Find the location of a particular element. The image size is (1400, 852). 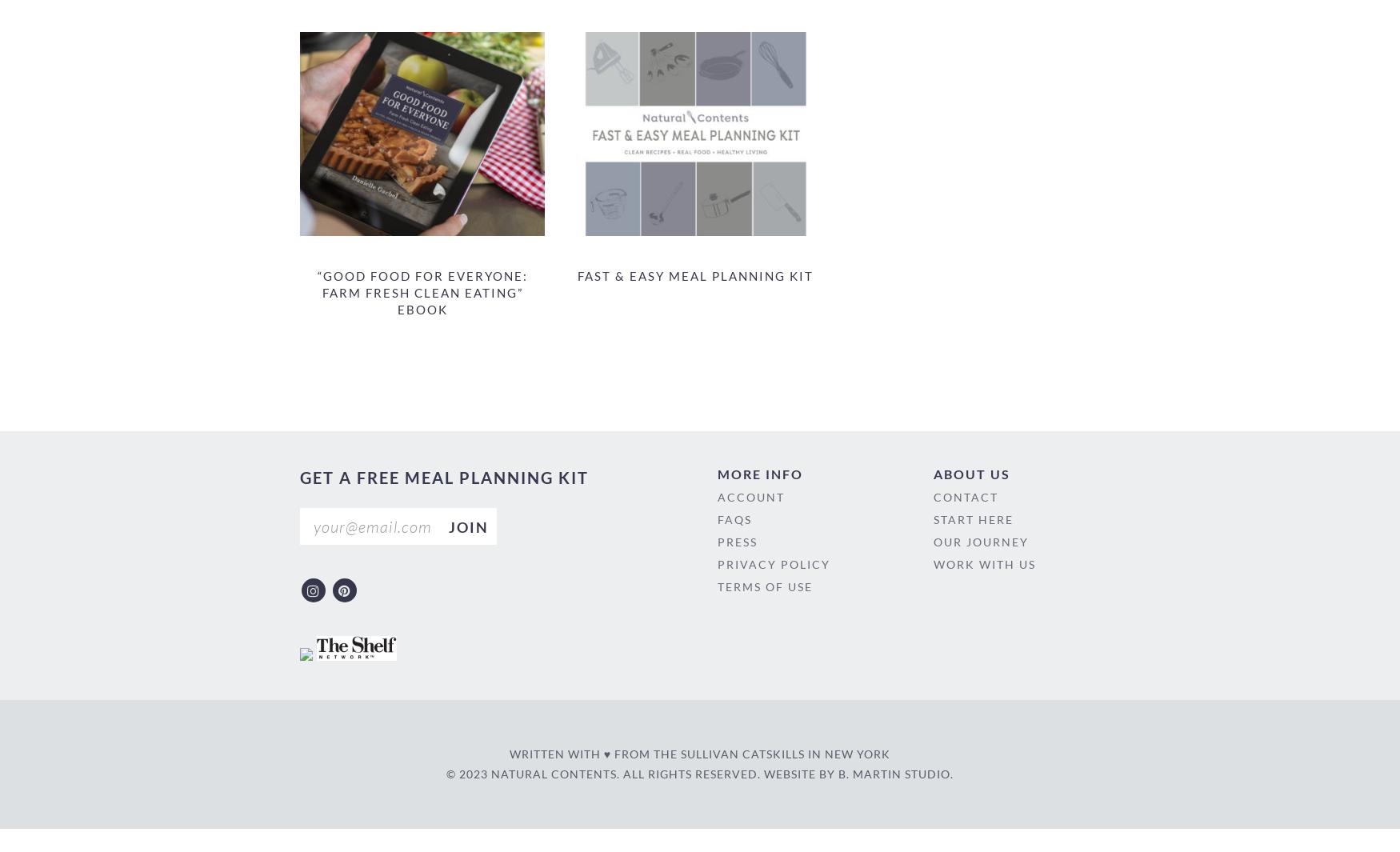

'.' is located at coordinates (950, 774).